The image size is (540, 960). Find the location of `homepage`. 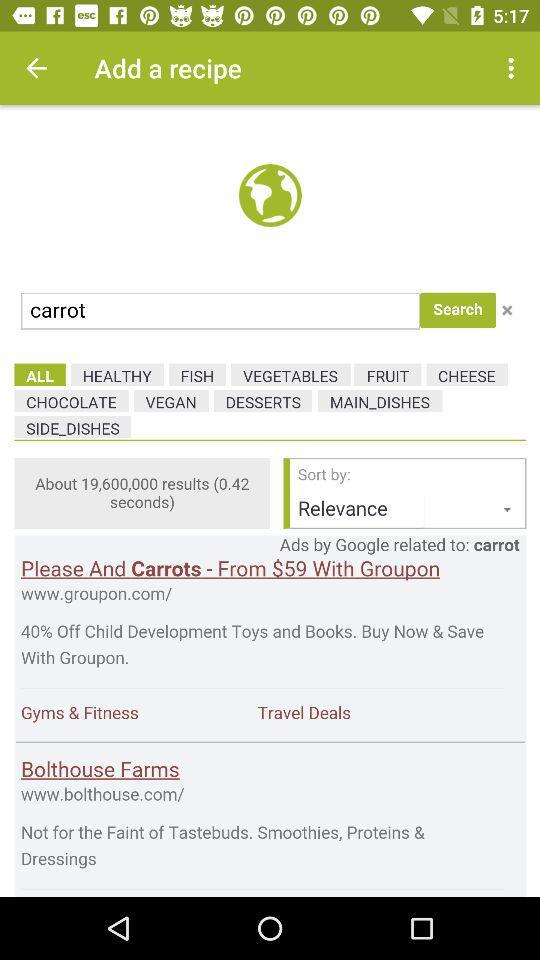

homepage is located at coordinates (270, 500).